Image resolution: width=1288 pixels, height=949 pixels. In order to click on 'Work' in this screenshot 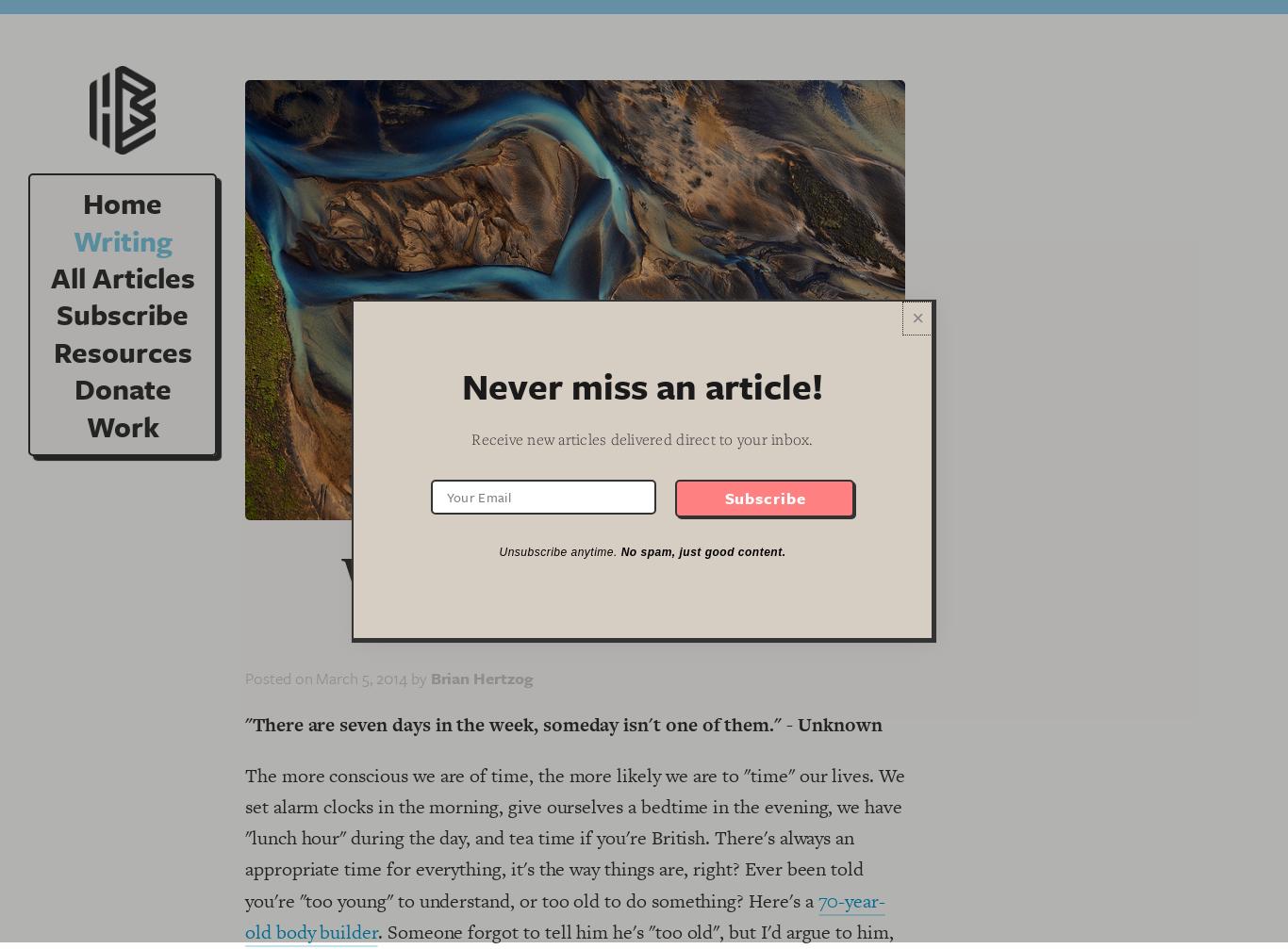, I will do `click(121, 425)`.